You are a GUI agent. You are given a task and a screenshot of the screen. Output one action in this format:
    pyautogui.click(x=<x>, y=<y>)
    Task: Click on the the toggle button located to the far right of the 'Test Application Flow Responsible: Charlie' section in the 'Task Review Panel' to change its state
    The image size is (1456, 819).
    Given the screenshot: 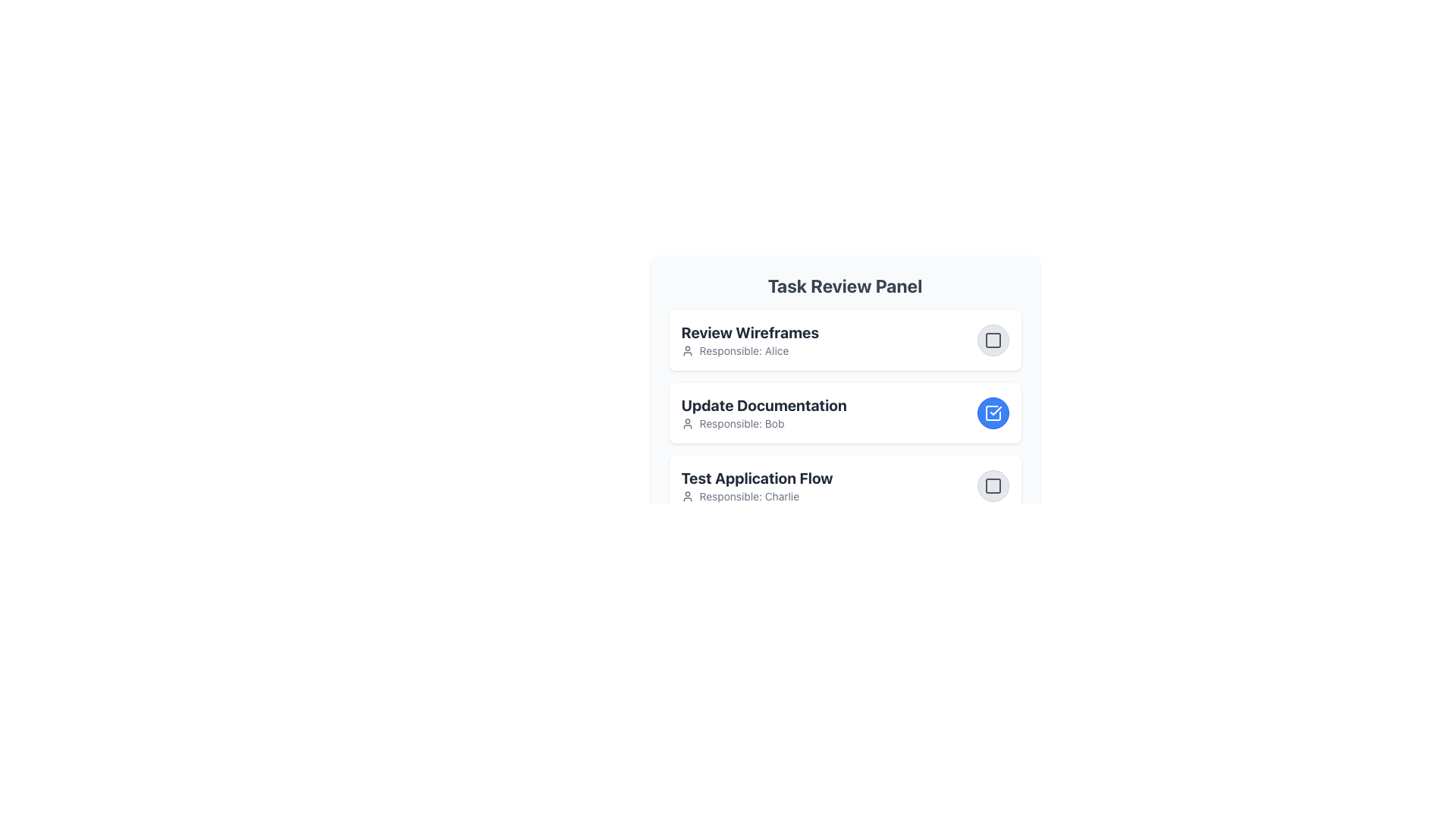 What is the action you would take?
    pyautogui.click(x=993, y=485)
    